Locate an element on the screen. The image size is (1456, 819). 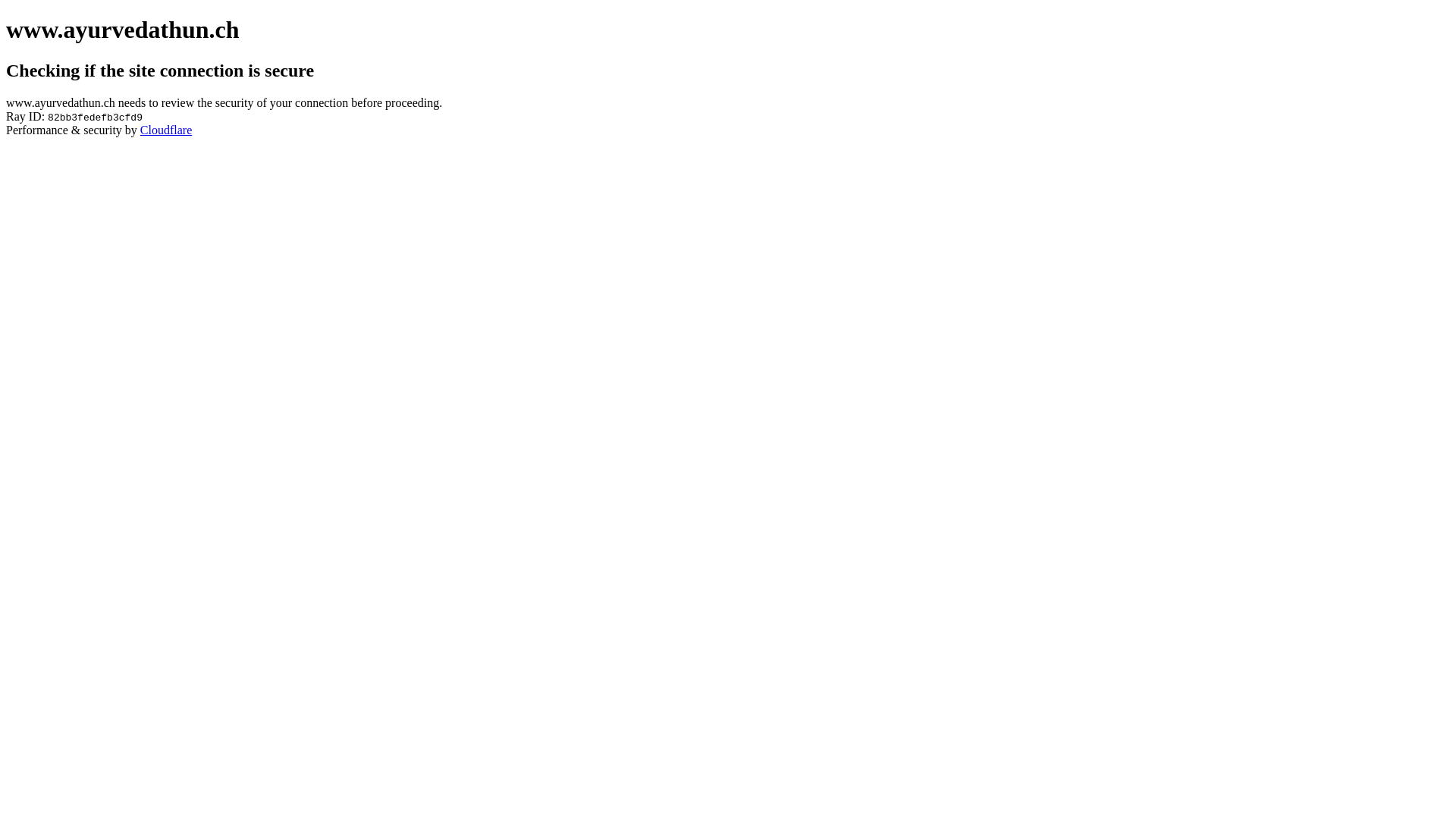
'Cloudflare' is located at coordinates (166, 129).